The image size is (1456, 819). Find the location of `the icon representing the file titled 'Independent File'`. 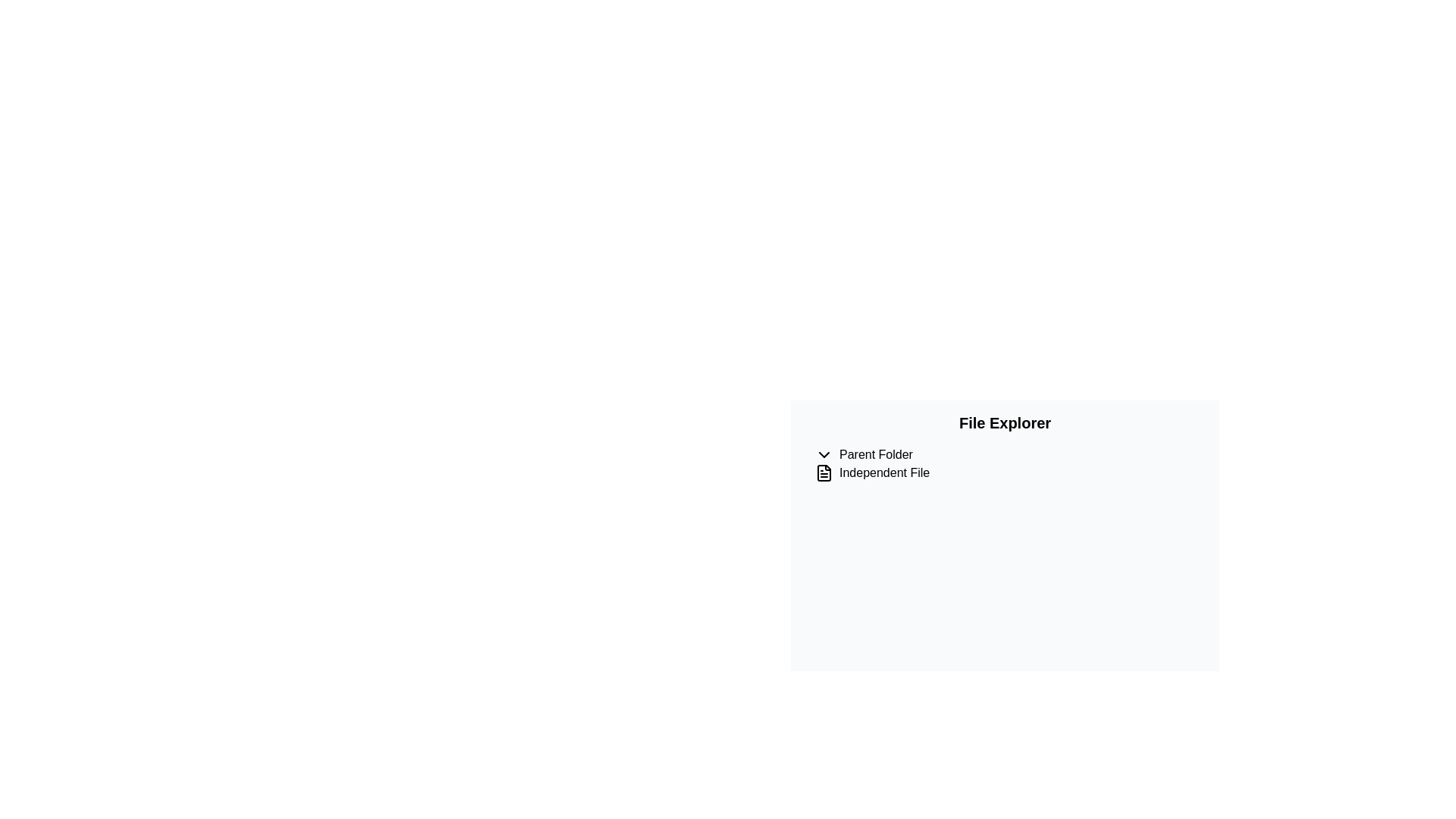

the icon representing the file titled 'Independent File' is located at coordinates (823, 472).